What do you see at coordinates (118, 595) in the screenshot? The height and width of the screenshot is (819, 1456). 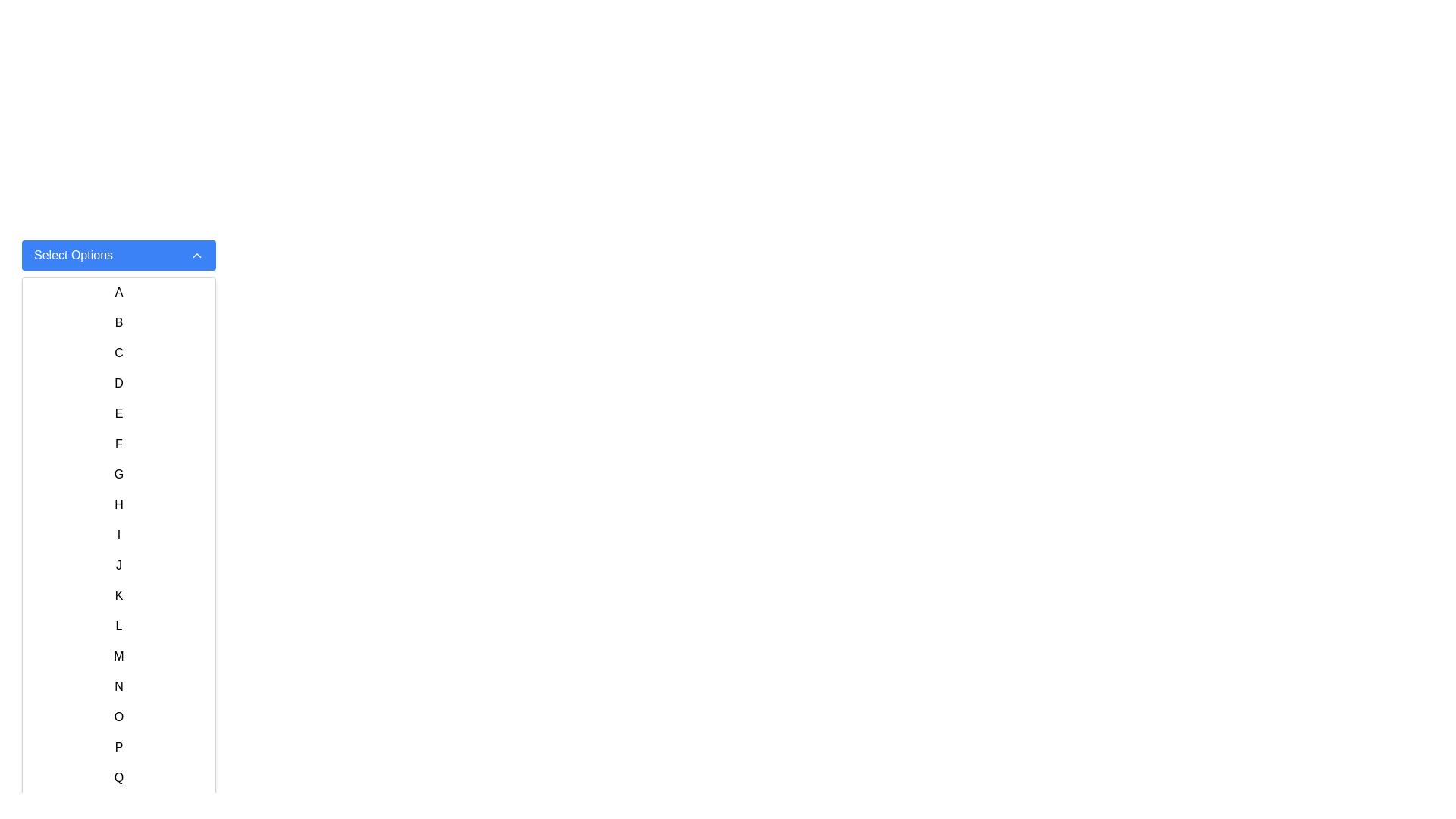 I see `the letter 'K' option in the dropdown menu, which is the 11th item in the vertical list of letters` at bounding box center [118, 595].